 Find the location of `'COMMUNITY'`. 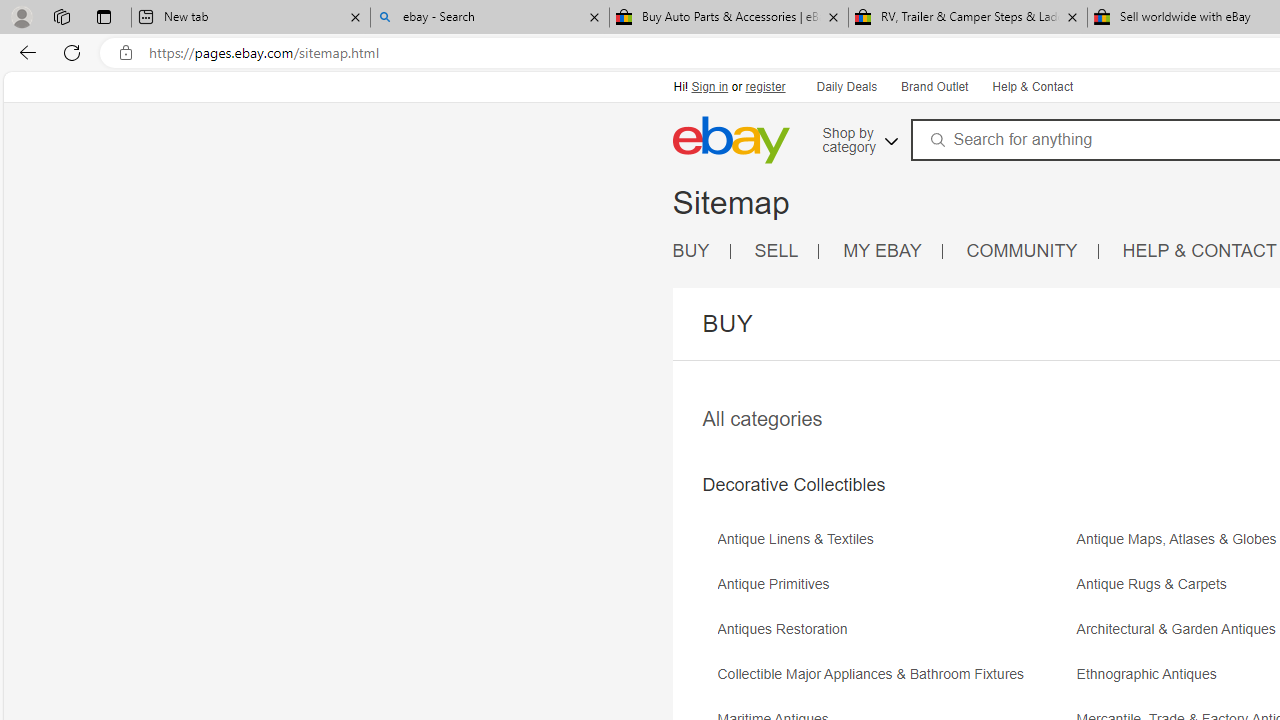

'COMMUNITY' is located at coordinates (1022, 249).